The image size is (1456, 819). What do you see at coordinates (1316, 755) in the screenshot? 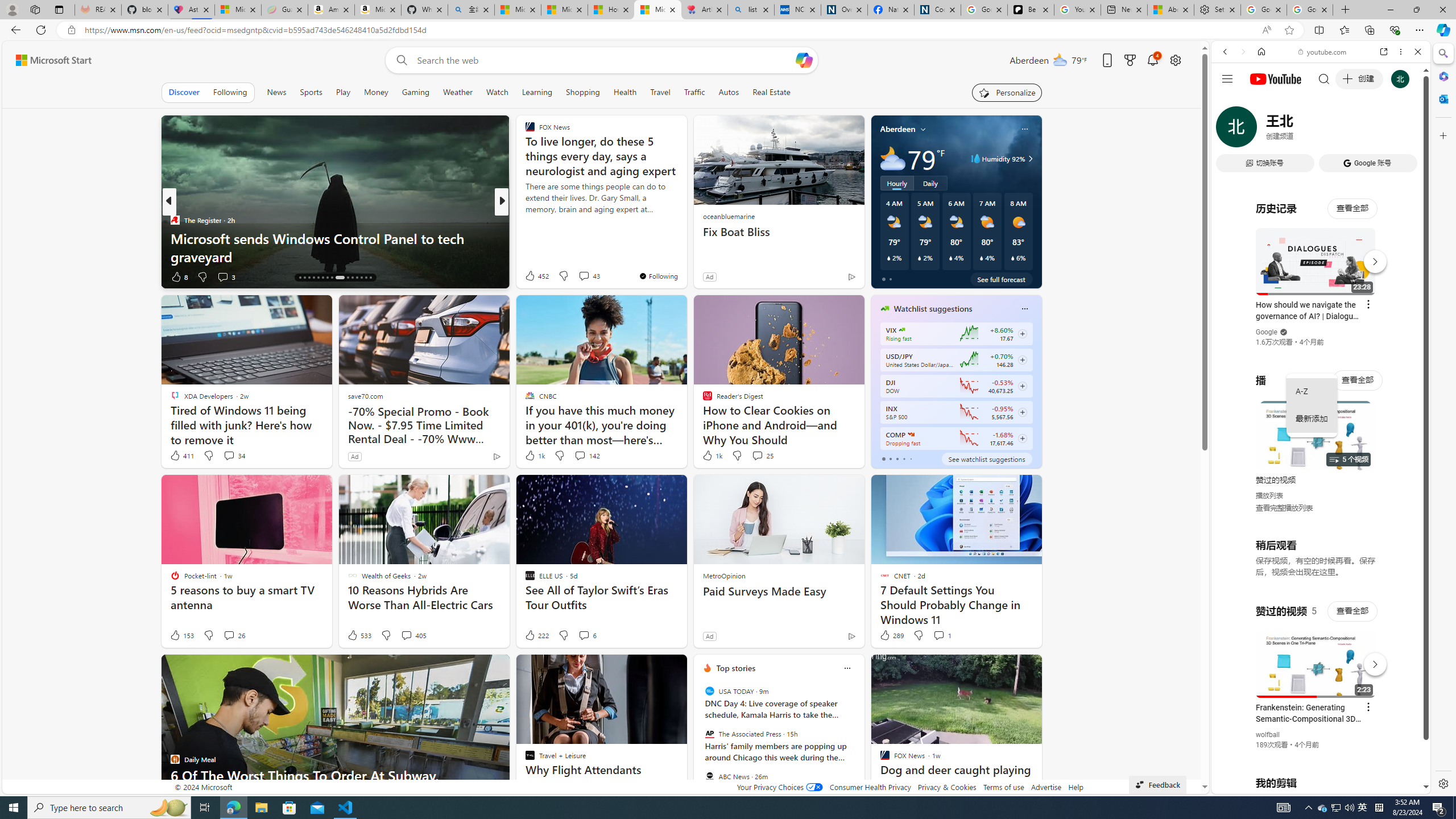
I see `'you'` at bounding box center [1316, 755].